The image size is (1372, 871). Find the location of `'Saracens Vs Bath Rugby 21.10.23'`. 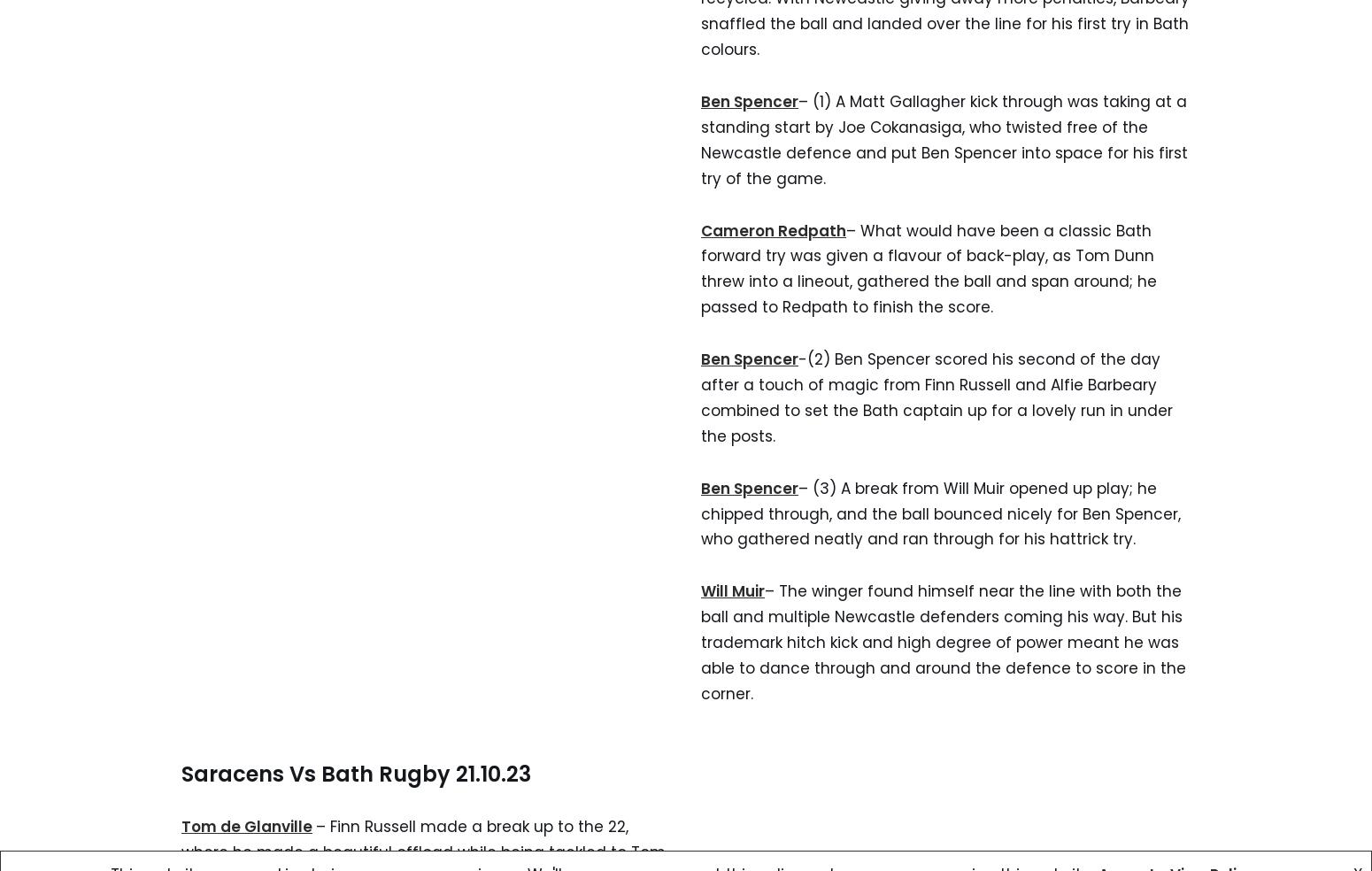

'Saracens Vs Bath Rugby 21.10.23' is located at coordinates (356, 773).